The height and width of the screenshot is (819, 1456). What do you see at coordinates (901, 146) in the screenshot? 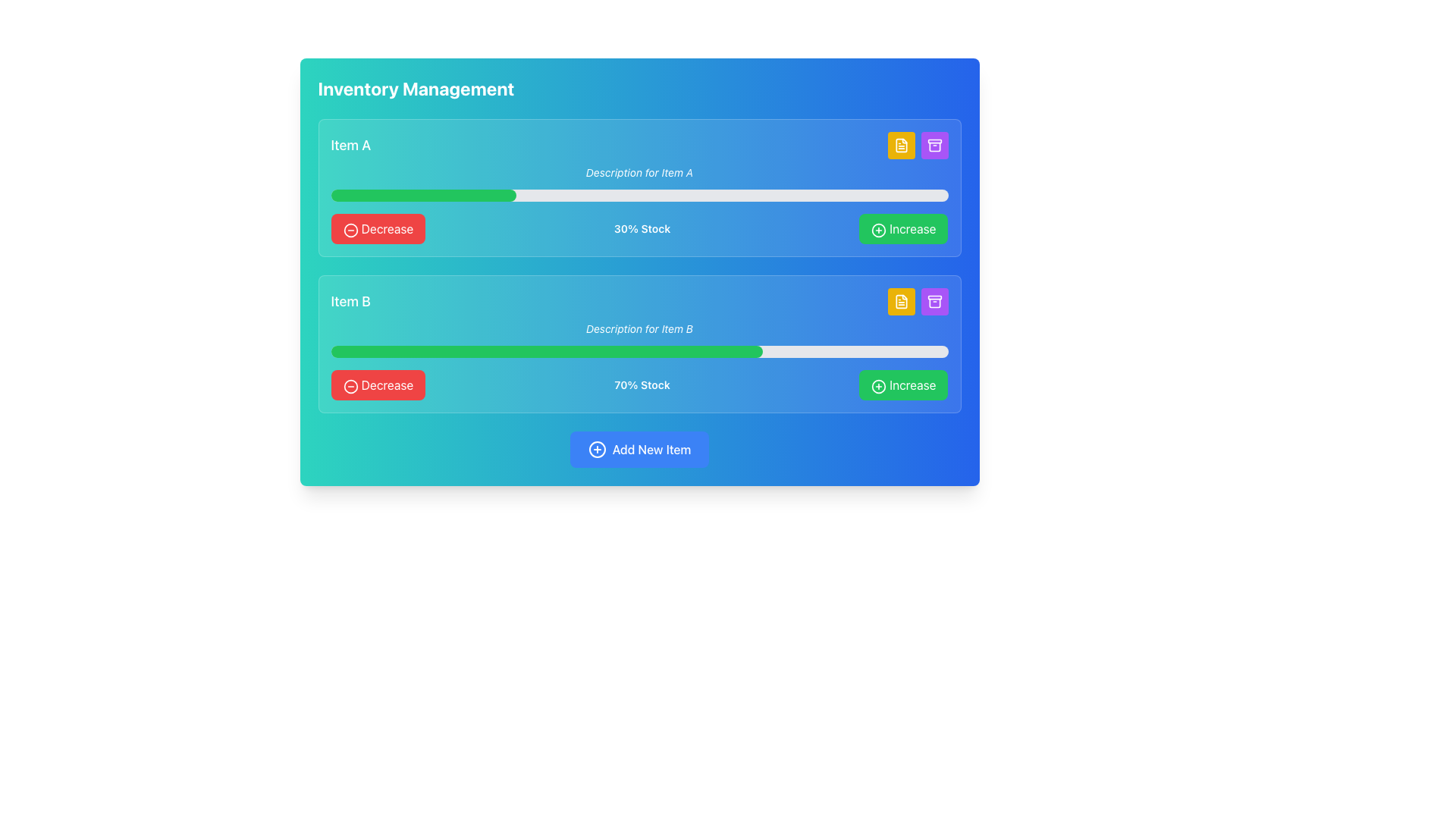
I see `the first yellow button located to the far right within the control panel for 'Item A', adjacent to a purple square button with an archive icon` at bounding box center [901, 146].